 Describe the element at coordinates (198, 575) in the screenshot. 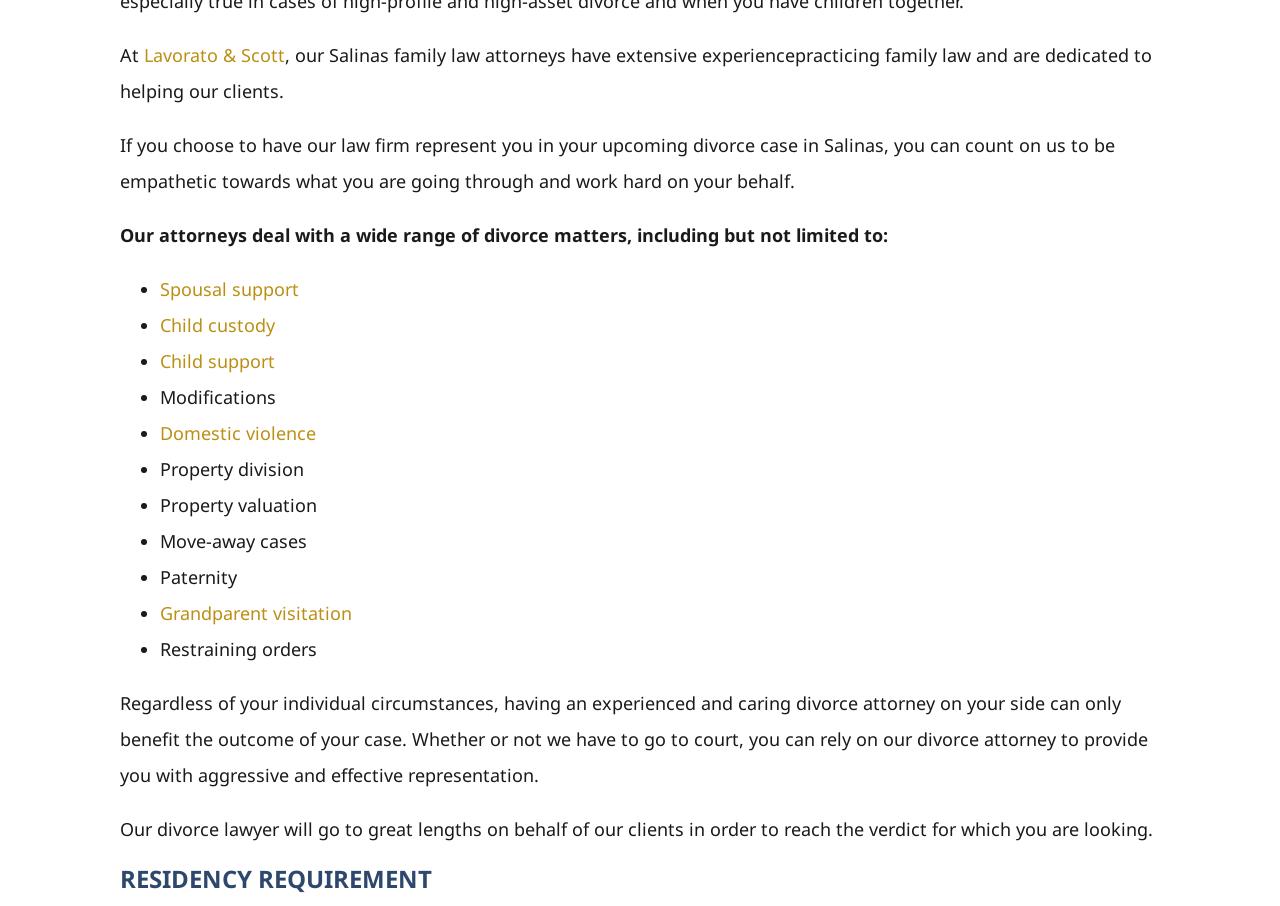

I see `'Paternity'` at that location.